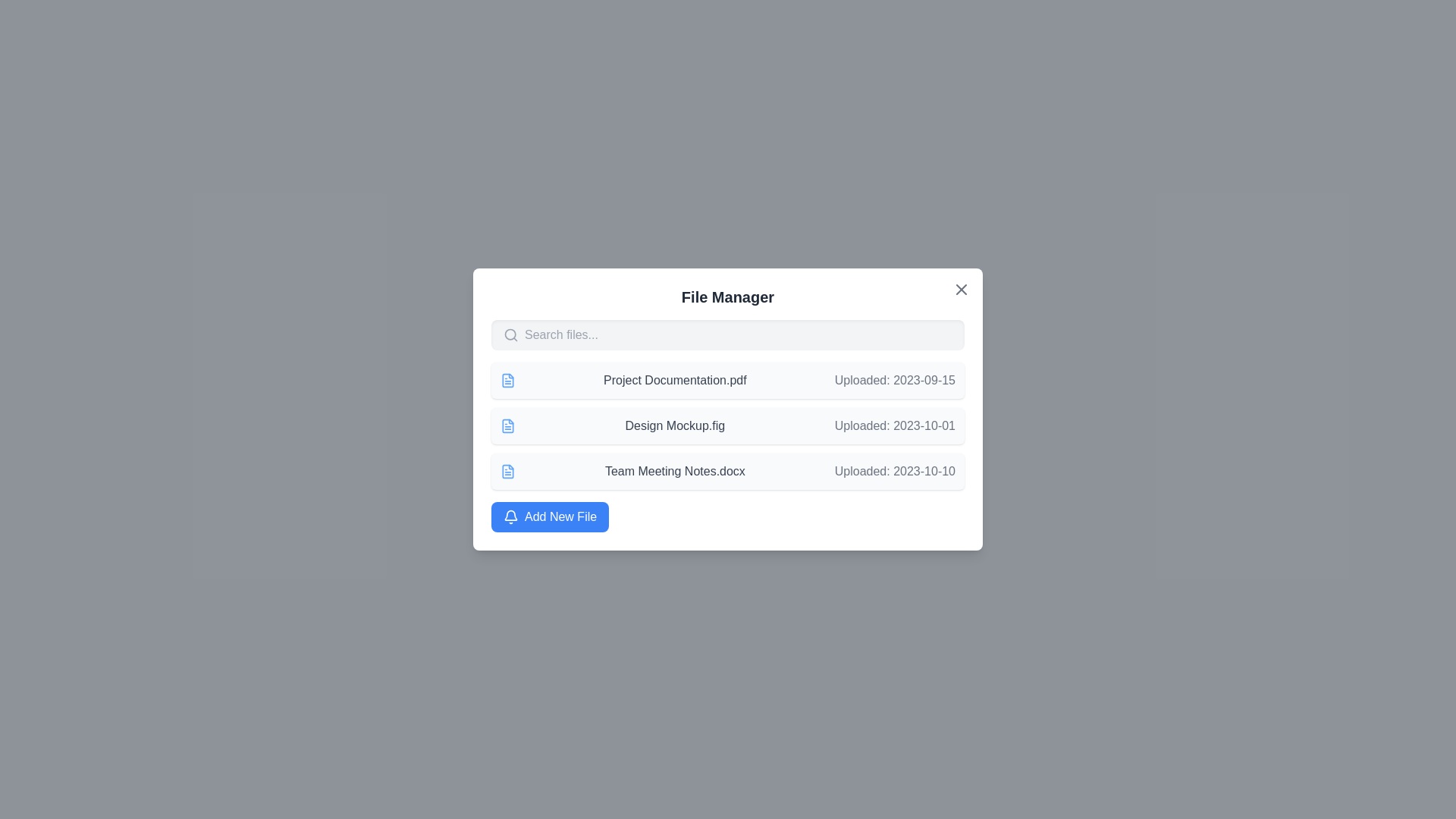 This screenshot has width=1456, height=819. Describe the element at coordinates (895, 426) in the screenshot. I see `text content of the Label displaying 'Uploaded: 2023-10-01', which is styled with a gray font color and positioned on the right side of the row containing 'Design Mockup.fig'` at that location.